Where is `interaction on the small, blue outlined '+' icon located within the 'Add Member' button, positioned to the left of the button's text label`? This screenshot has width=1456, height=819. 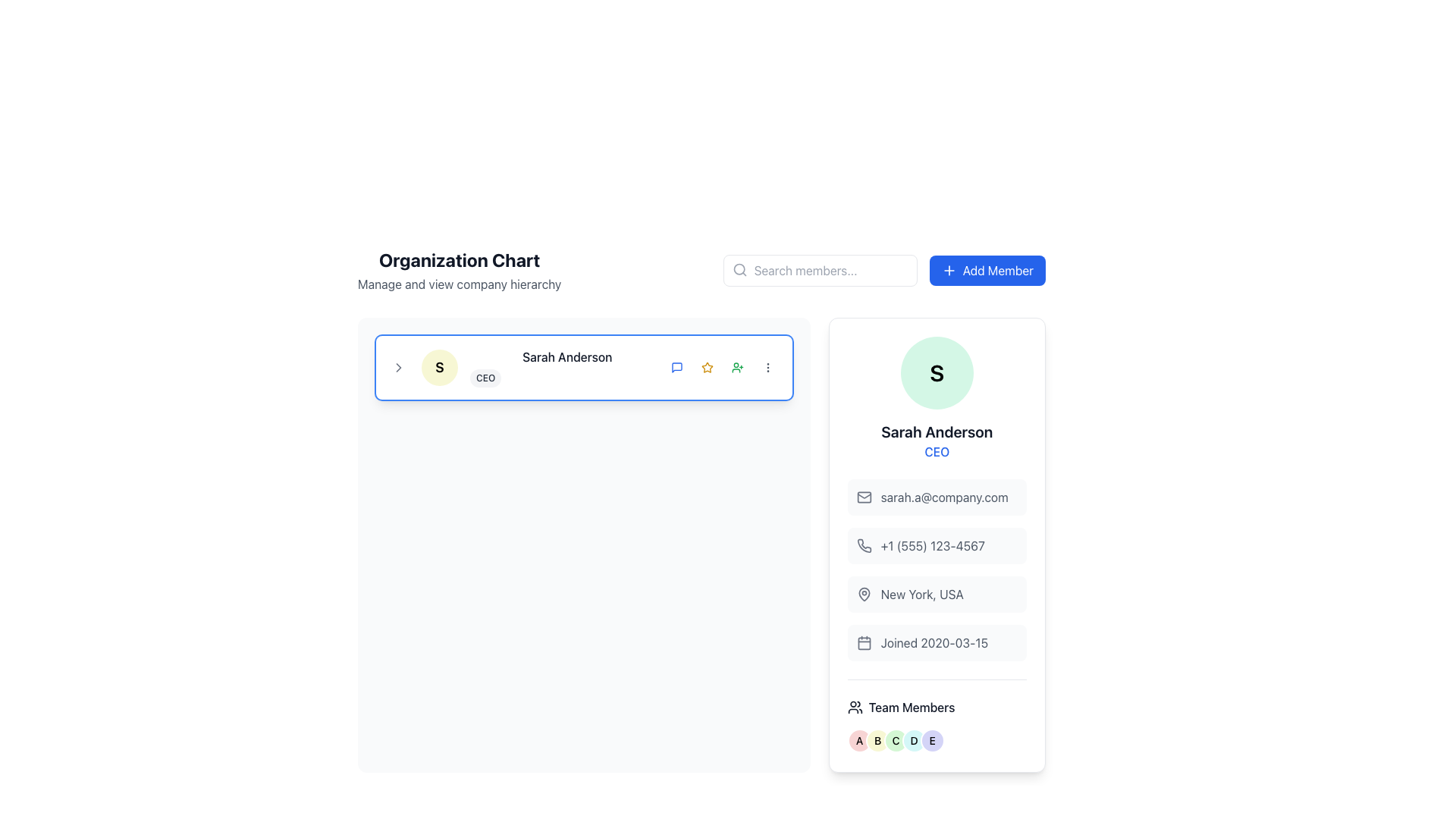 interaction on the small, blue outlined '+' icon located within the 'Add Member' button, positioned to the left of the button's text label is located at coordinates (948, 270).